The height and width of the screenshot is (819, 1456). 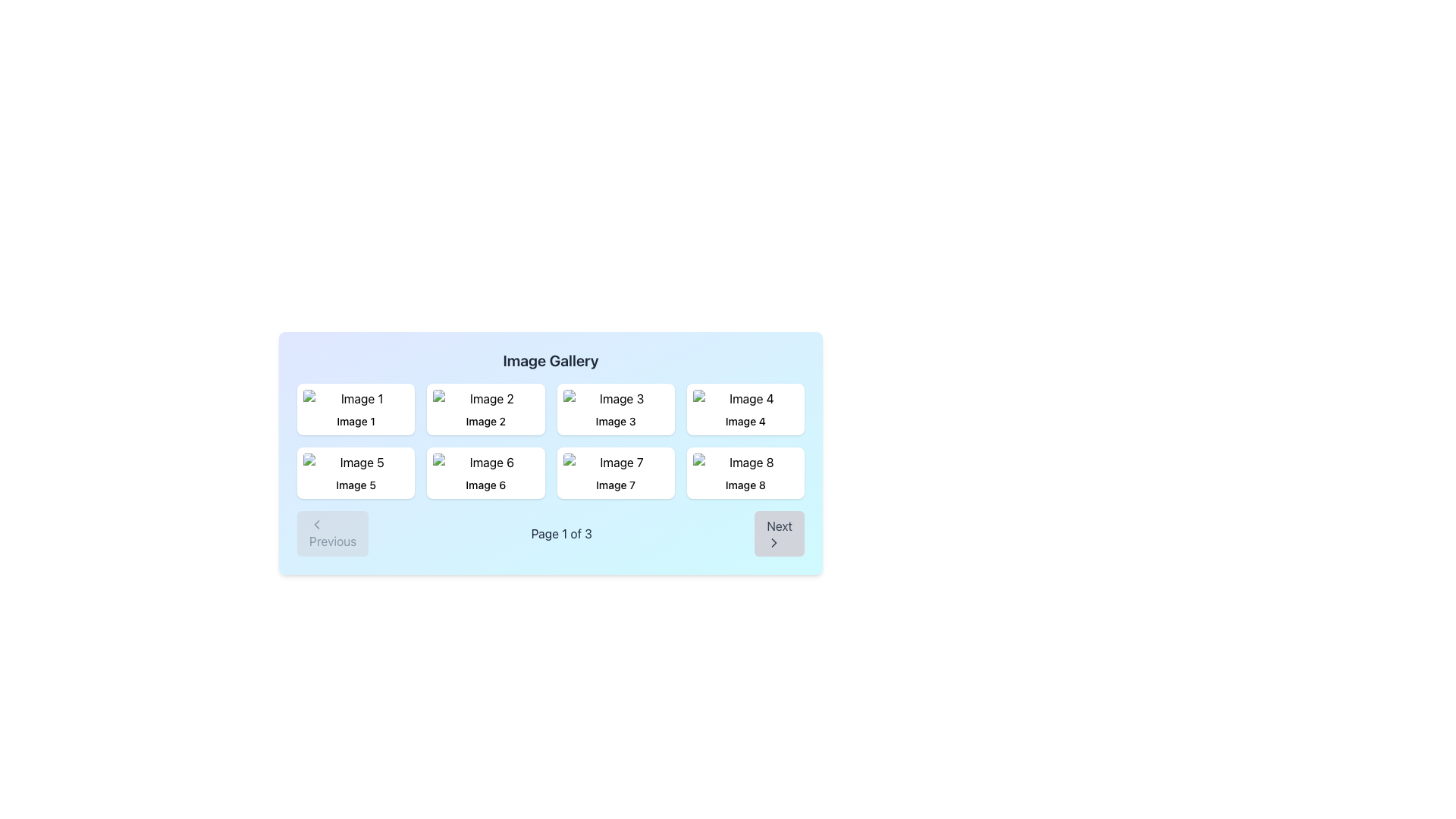 I want to click on the image placeholder with the alternative text 'Image 5' located, so click(x=355, y=461).